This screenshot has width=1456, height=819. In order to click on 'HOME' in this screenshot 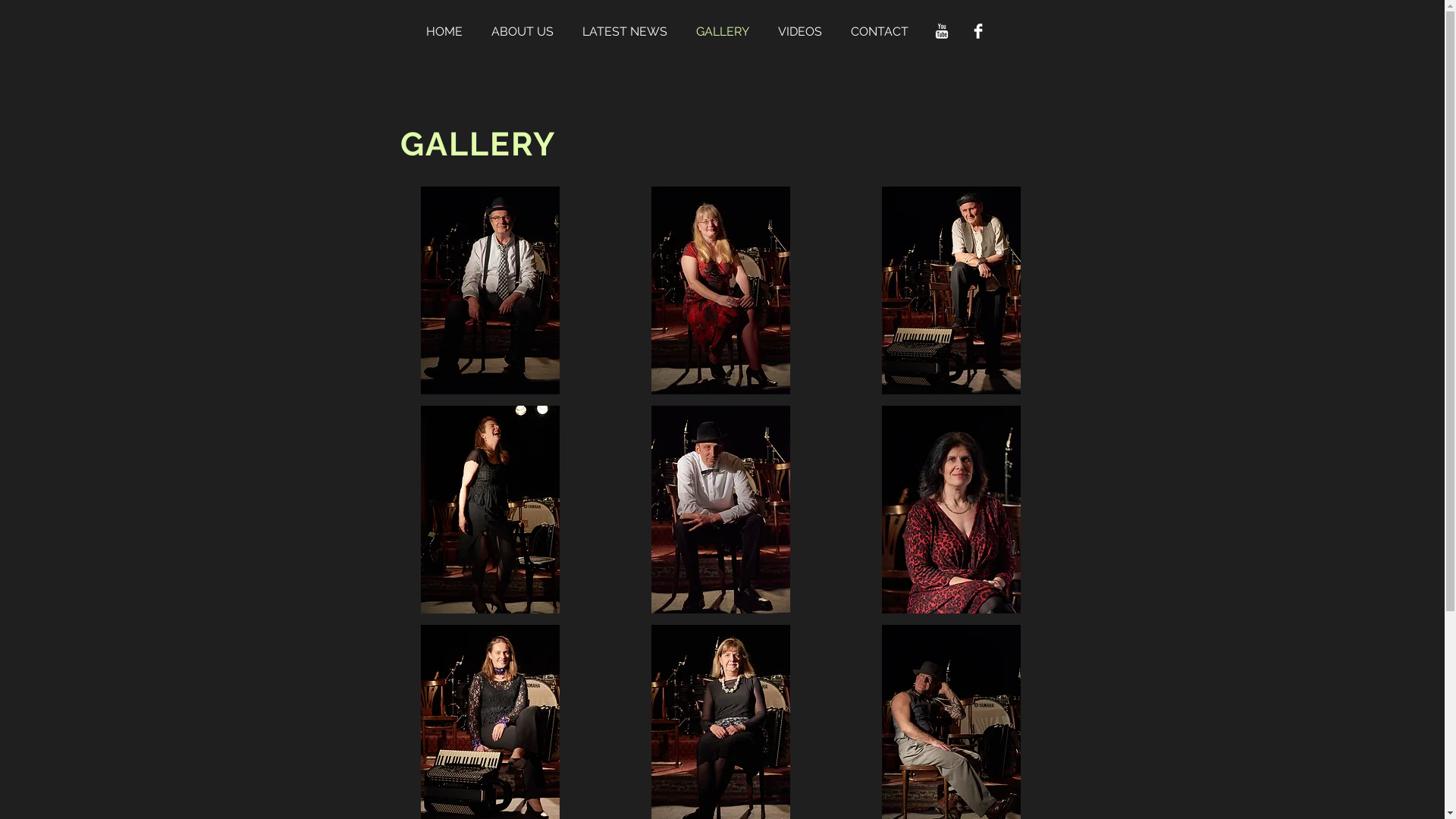, I will do `click(450, 31)`.